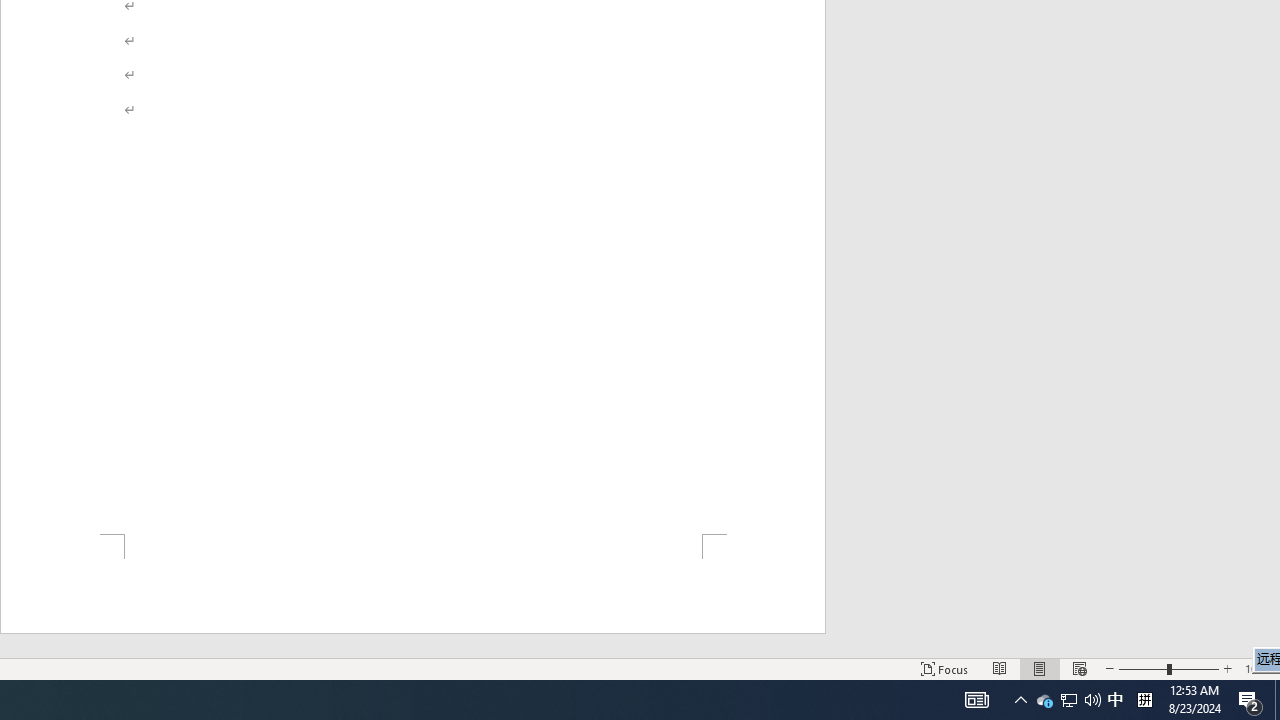 The image size is (1280, 720). I want to click on 'Zoom', so click(1168, 669).